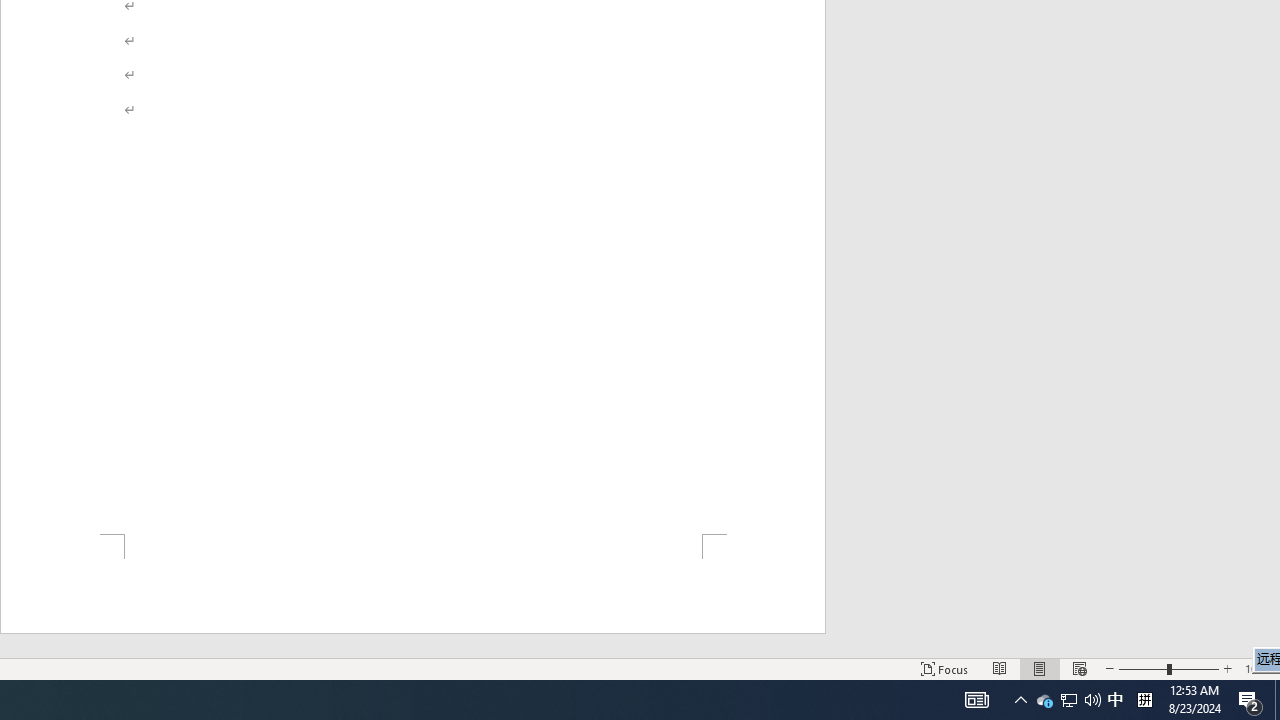 The image size is (1280, 720). I want to click on 'Zoom', so click(1168, 669).